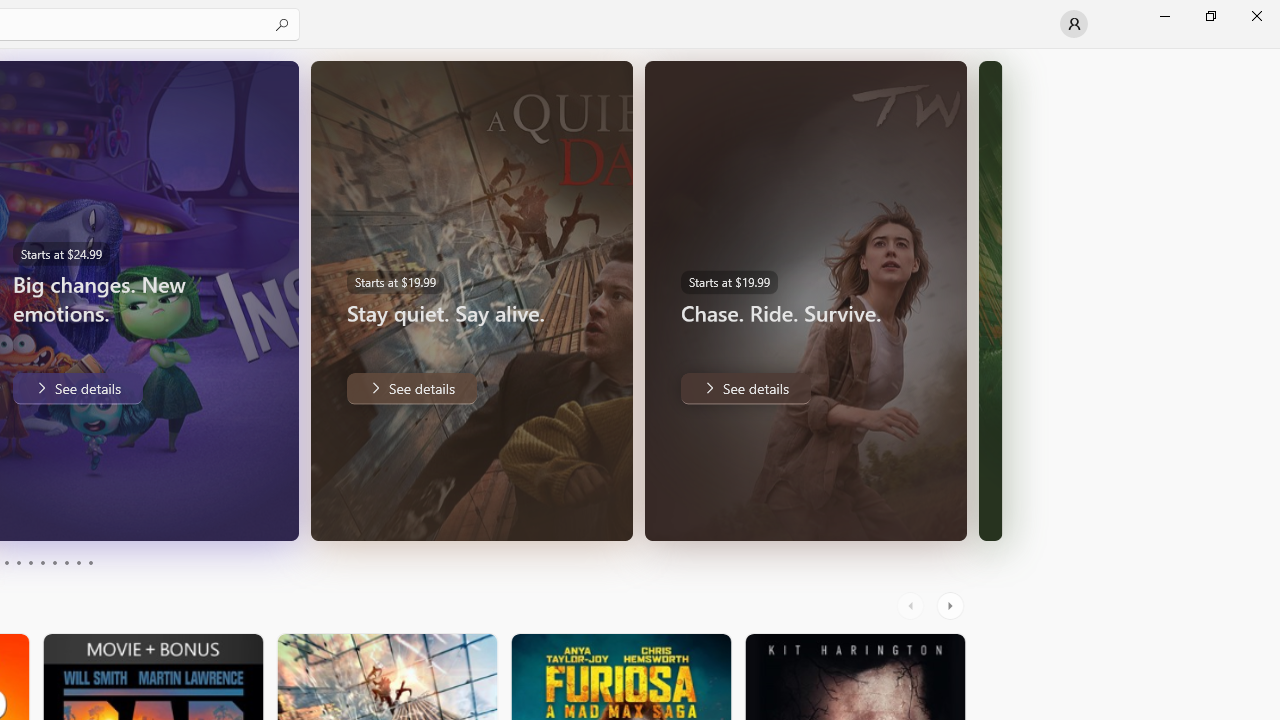  Describe the element at coordinates (951, 605) in the screenshot. I see `'AutomationID: RightScrollButton'` at that location.